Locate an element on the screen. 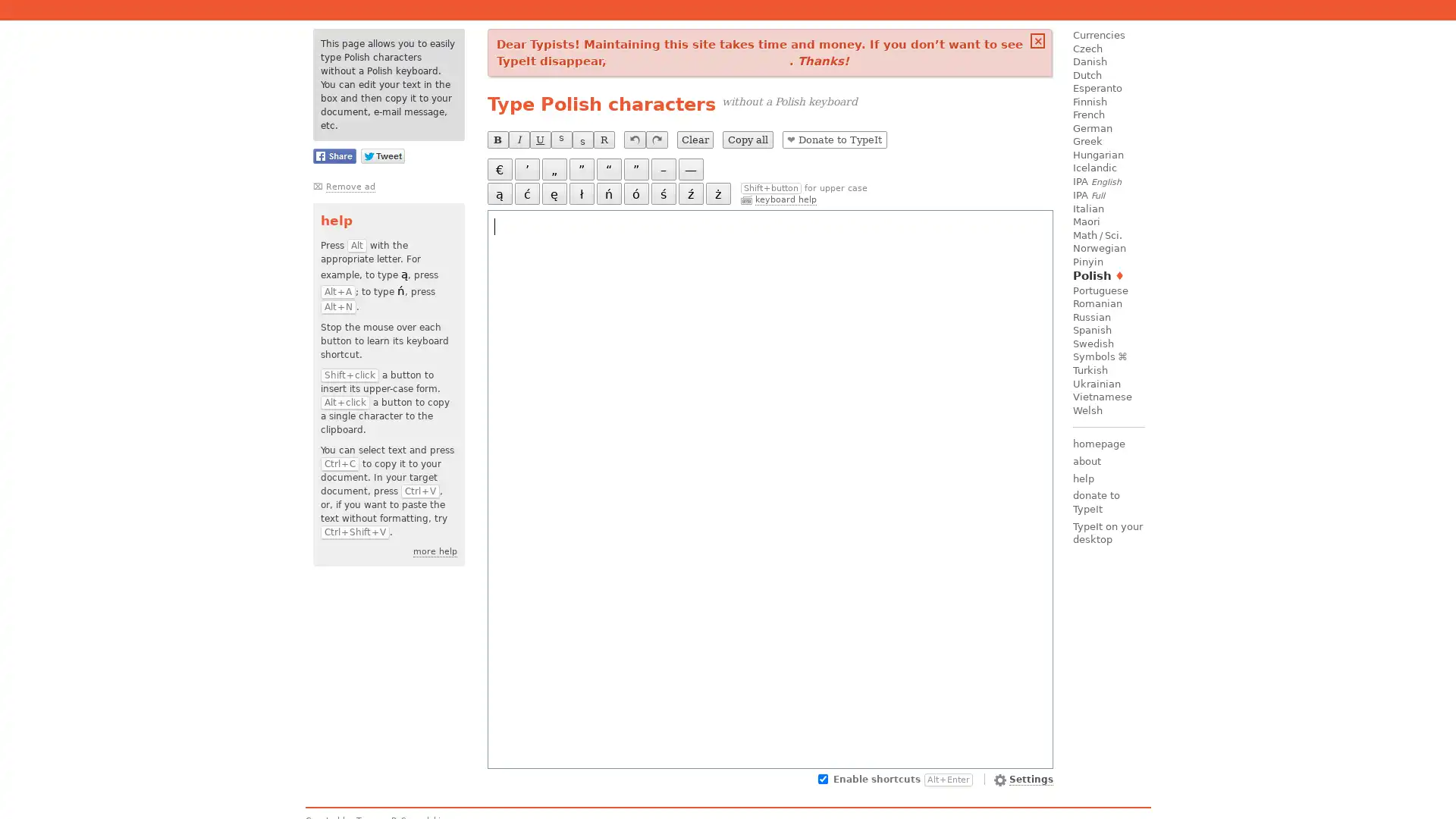 The image size is (1456, 819). S is located at coordinates (582, 140).